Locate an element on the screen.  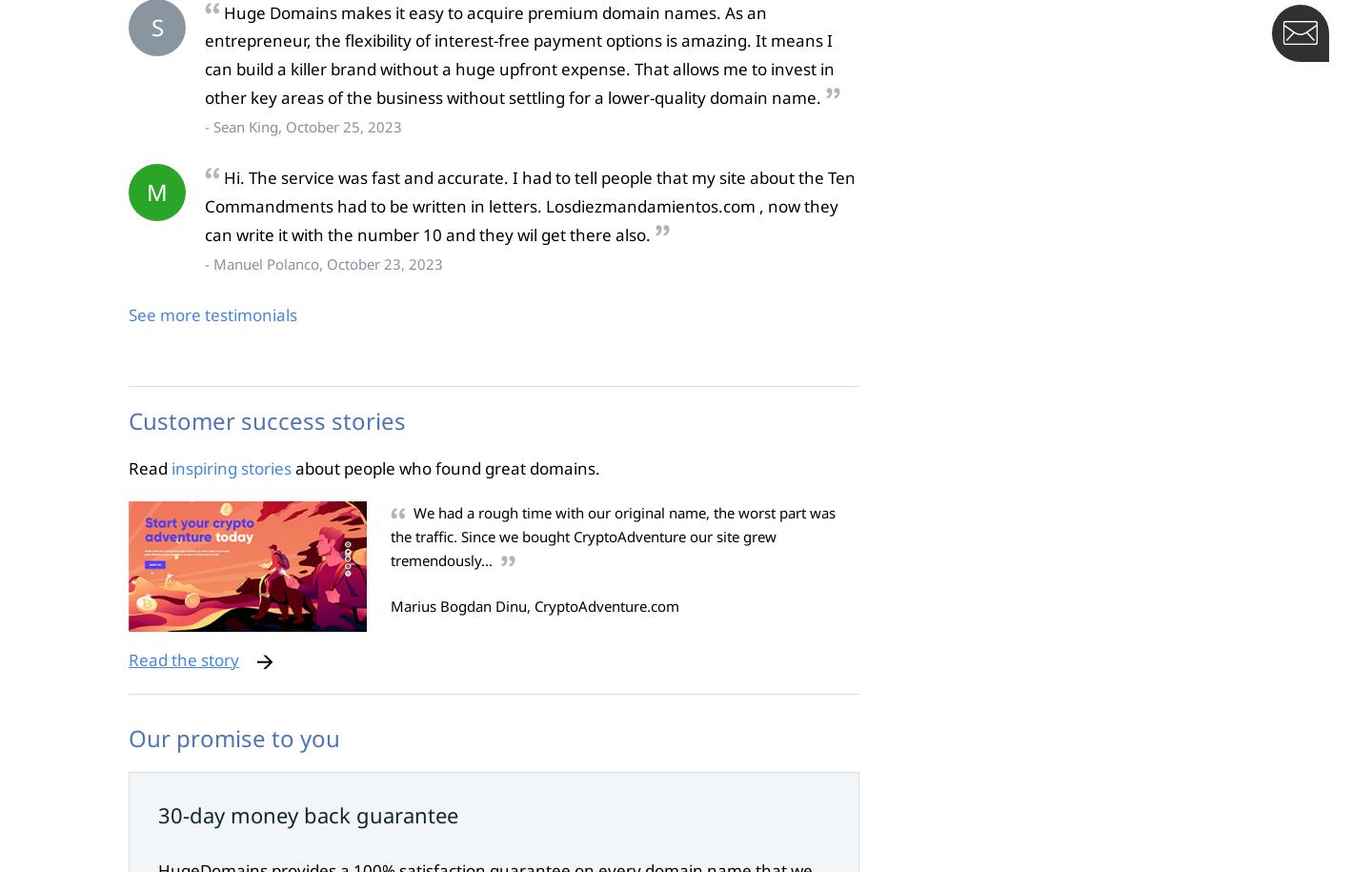
'30-day money back guarantee' is located at coordinates (308, 813).